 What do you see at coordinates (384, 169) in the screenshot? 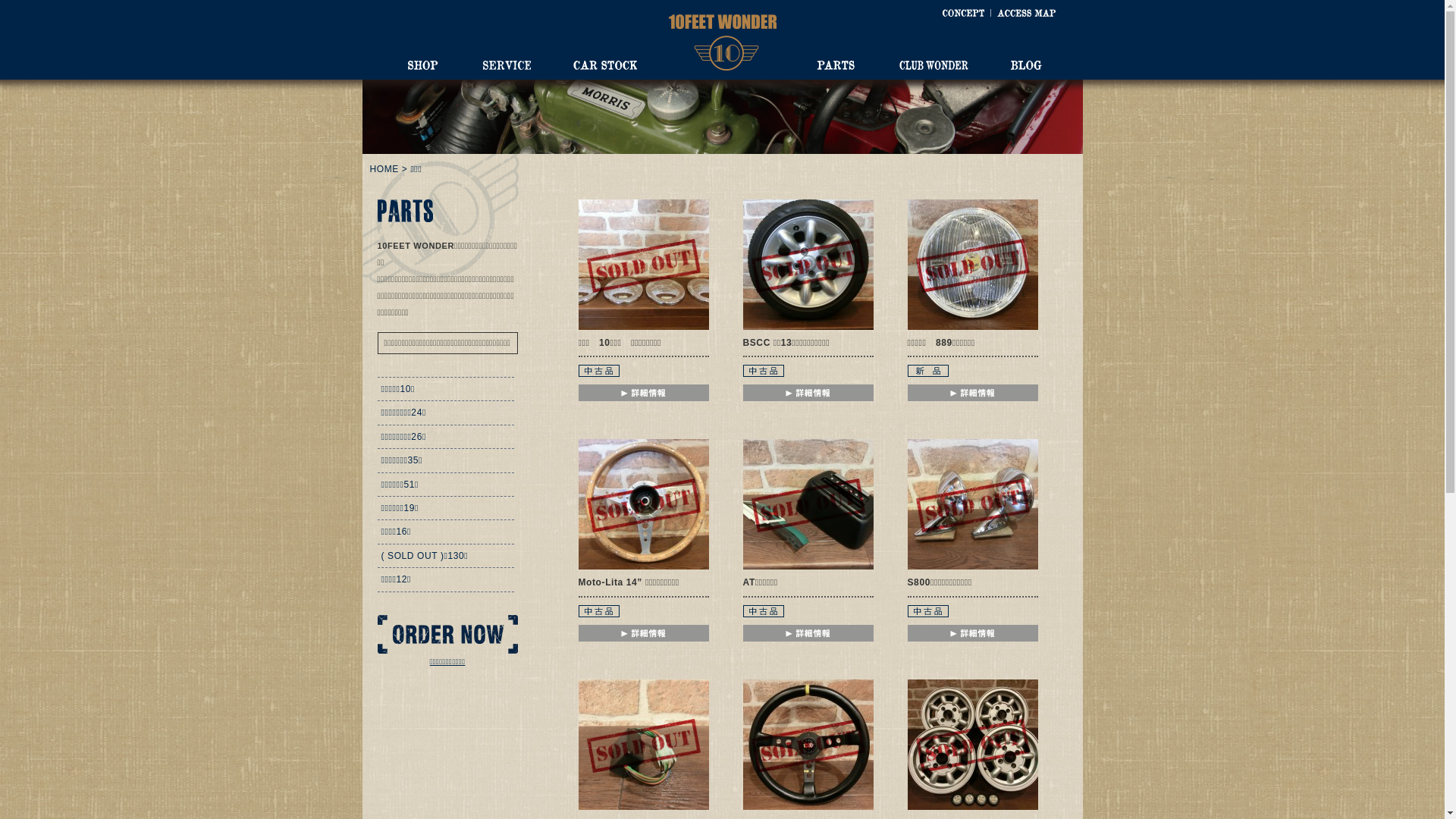
I see `'HOME'` at bounding box center [384, 169].